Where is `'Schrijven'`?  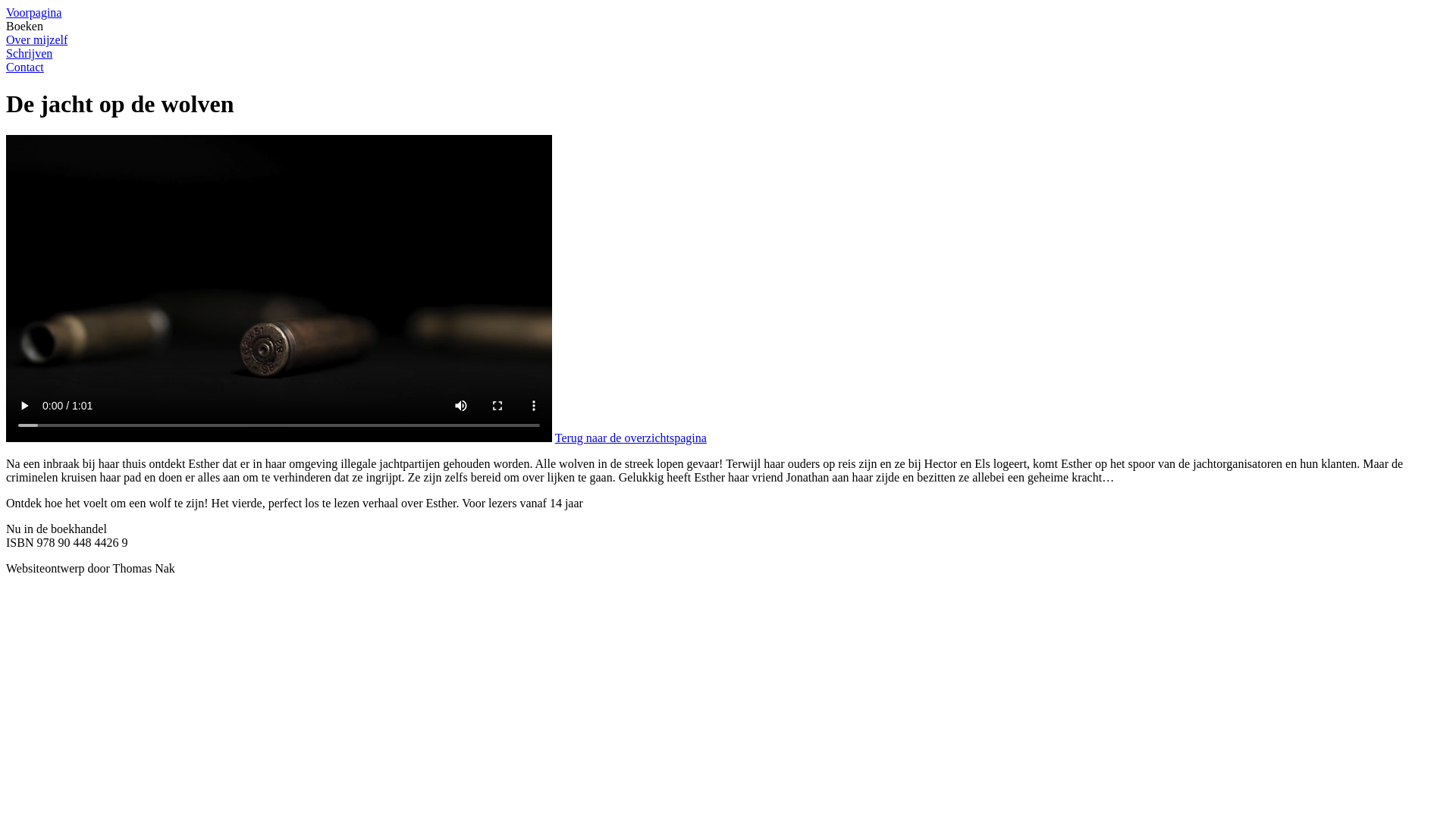
'Schrijven' is located at coordinates (728, 52).